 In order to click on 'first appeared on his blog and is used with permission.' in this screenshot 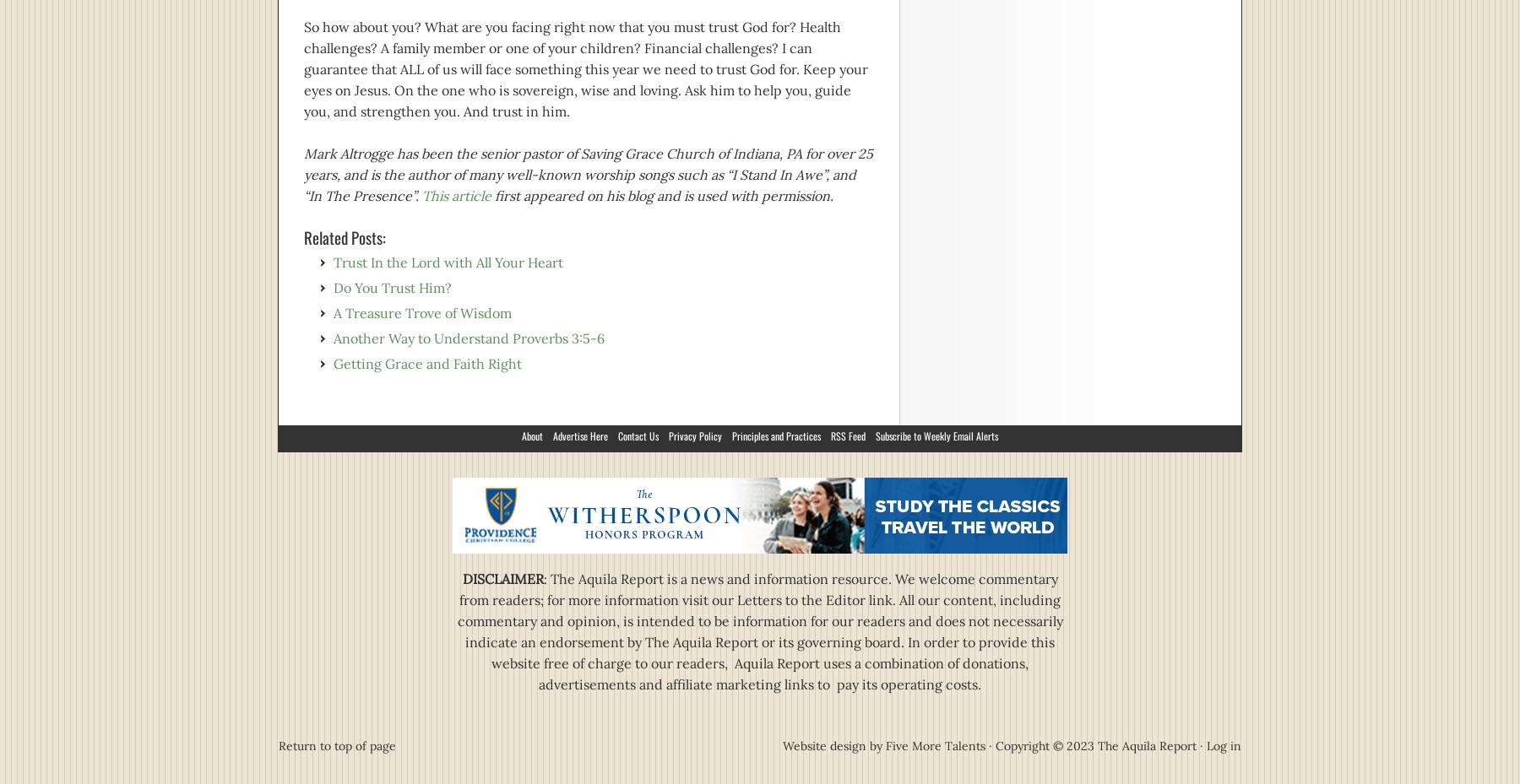, I will do `click(491, 194)`.